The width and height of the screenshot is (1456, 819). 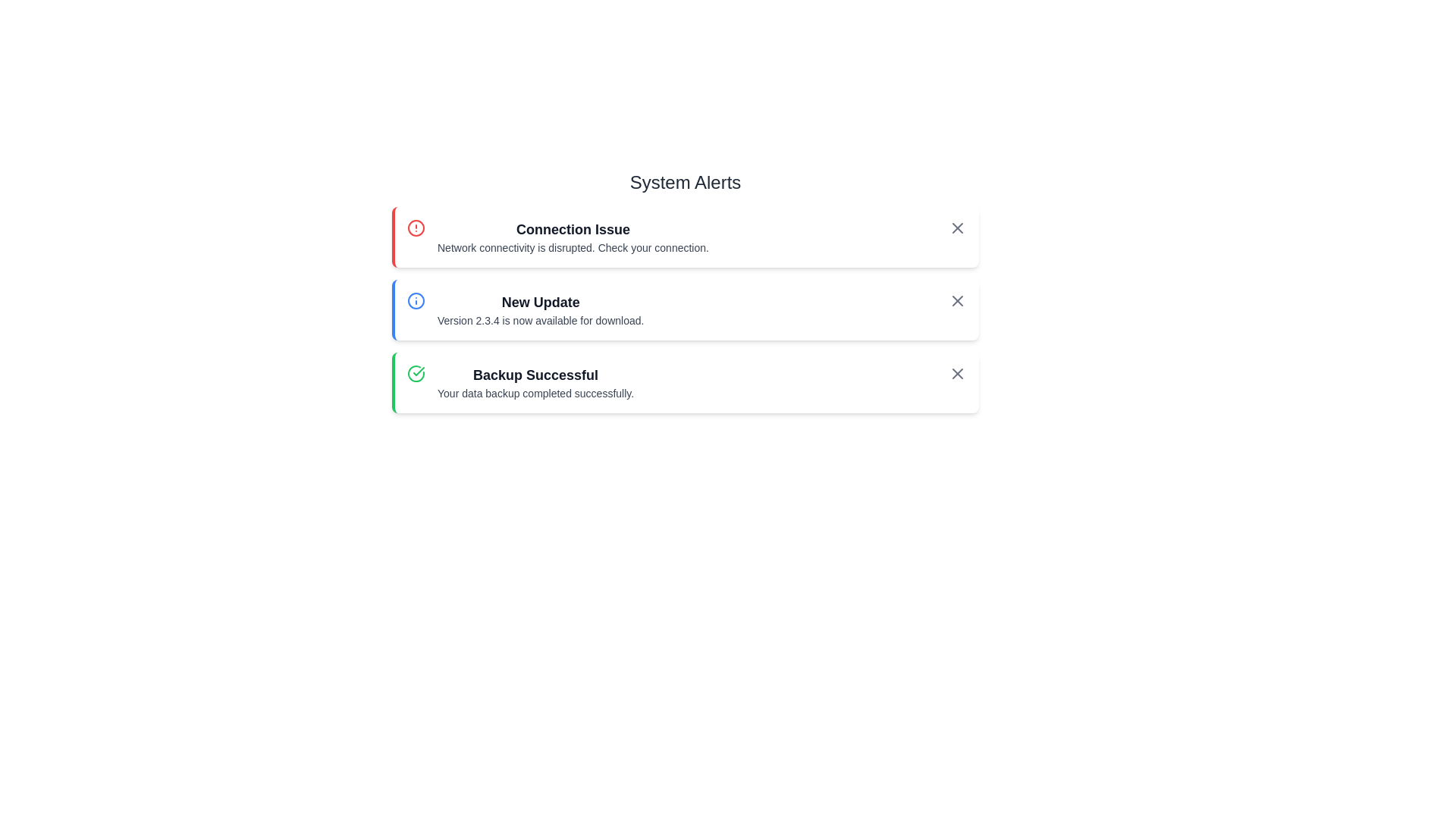 What do you see at coordinates (956, 227) in the screenshot?
I see `the close button styled as an 'X' icon in the top-right corner of the 'Connection Issue' alert box` at bounding box center [956, 227].